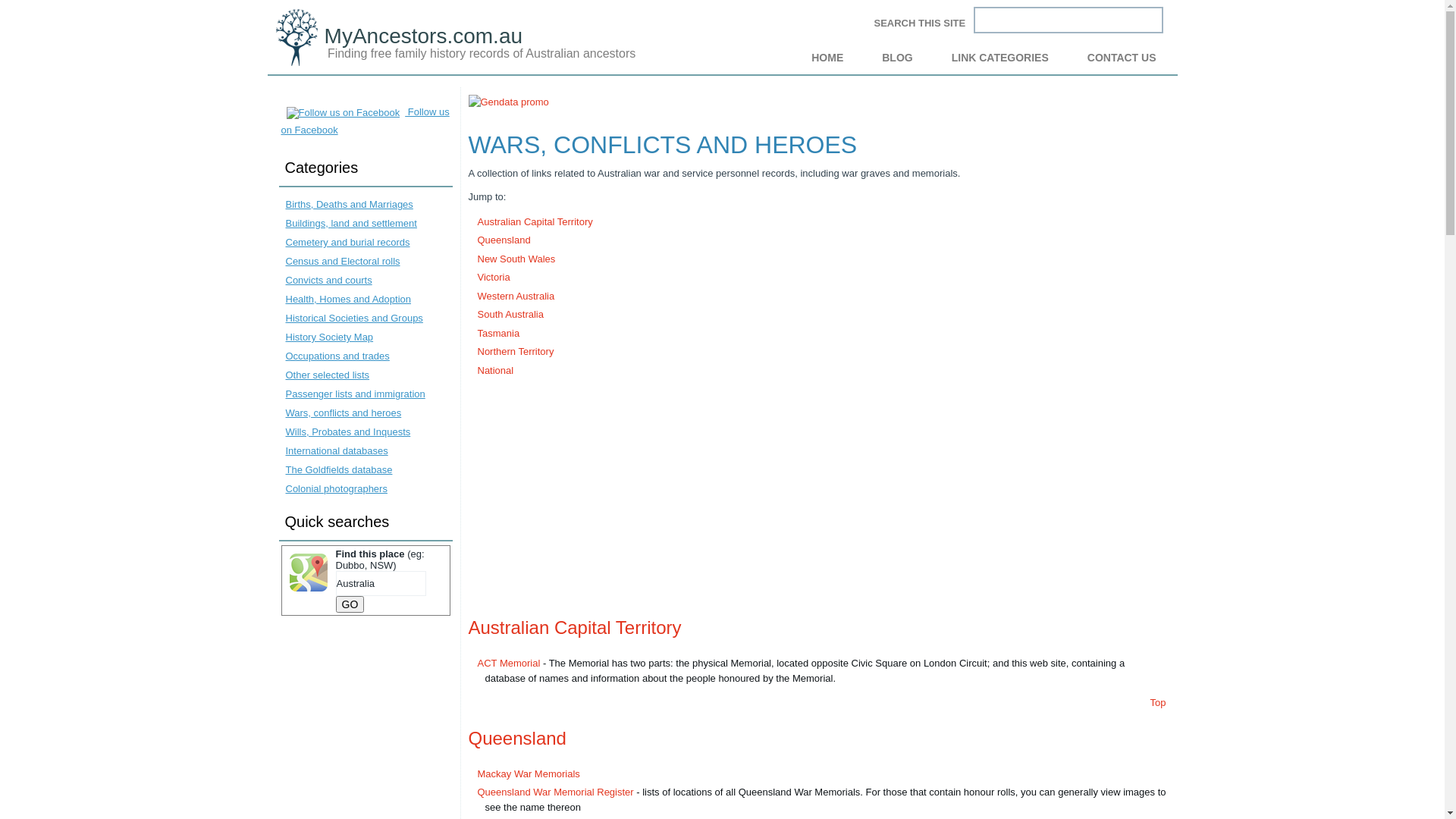 This screenshot has width=1456, height=819. What do you see at coordinates (336, 356) in the screenshot?
I see `'Occupations and trades'` at bounding box center [336, 356].